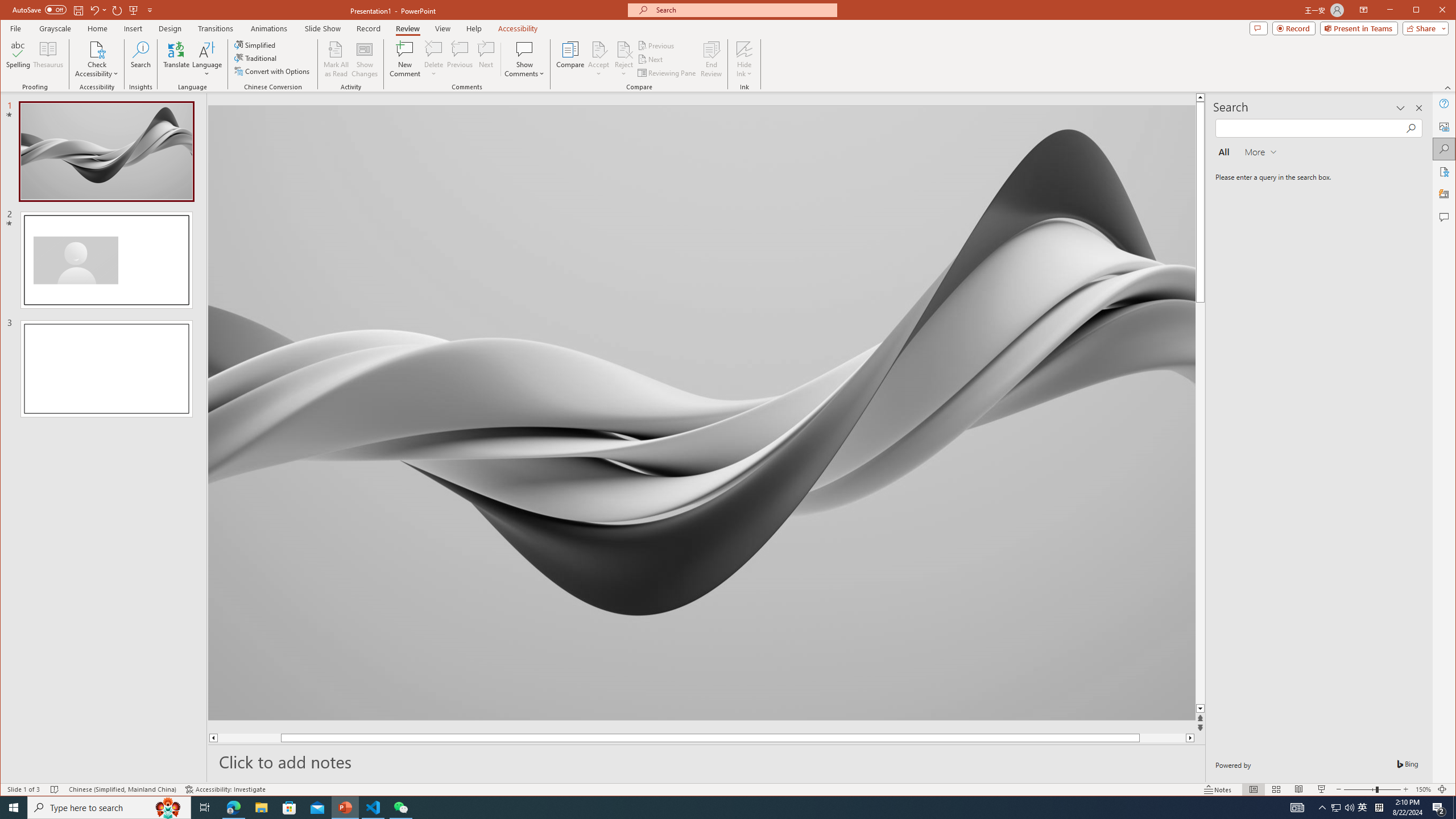 The image size is (1456, 819). What do you see at coordinates (206, 59) in the screenshot?
I see `'Language'` at bounding box center [206, 59].